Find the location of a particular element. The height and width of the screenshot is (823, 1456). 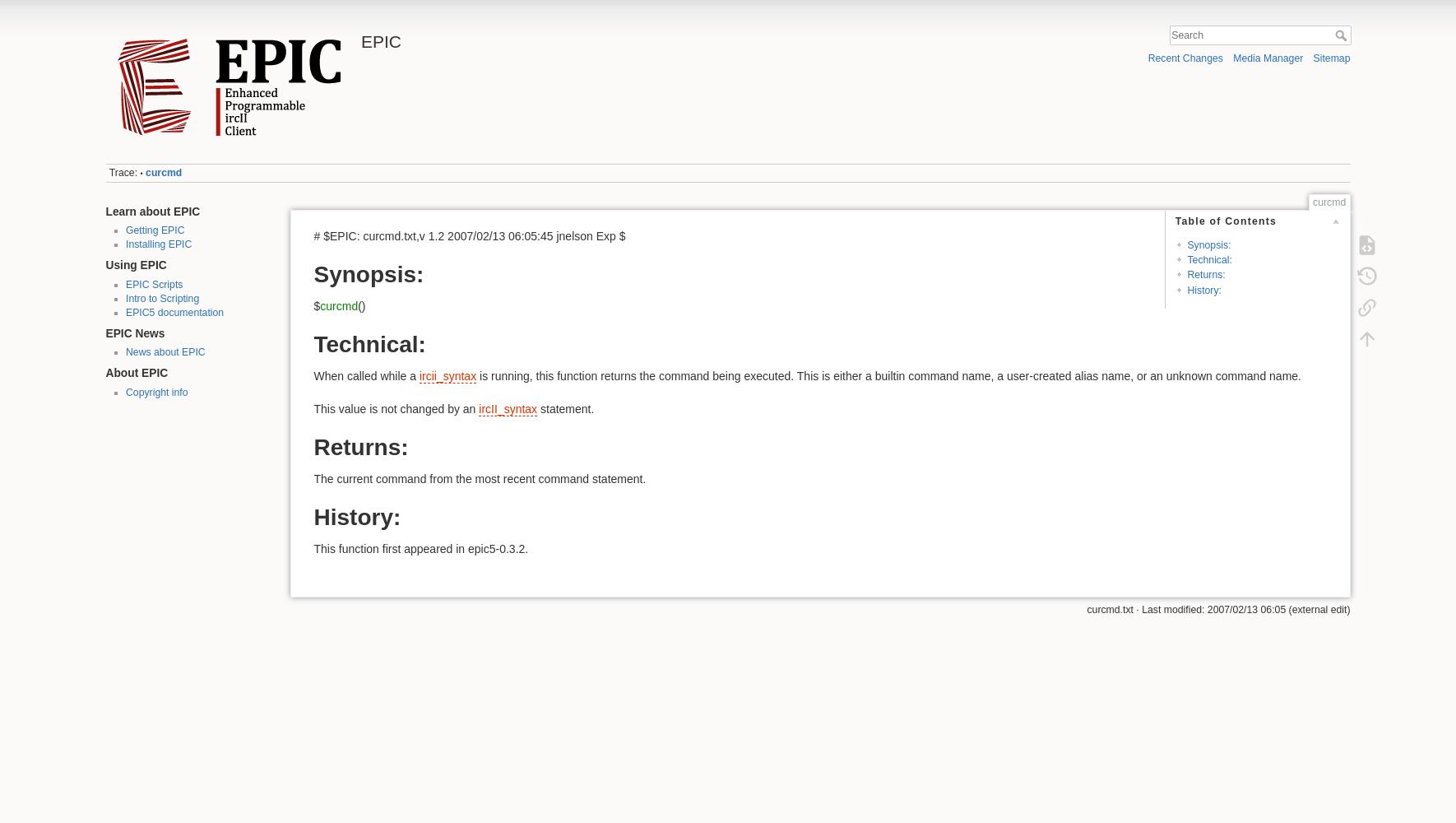

'EPIC News' is located at coordinates (135, 332).